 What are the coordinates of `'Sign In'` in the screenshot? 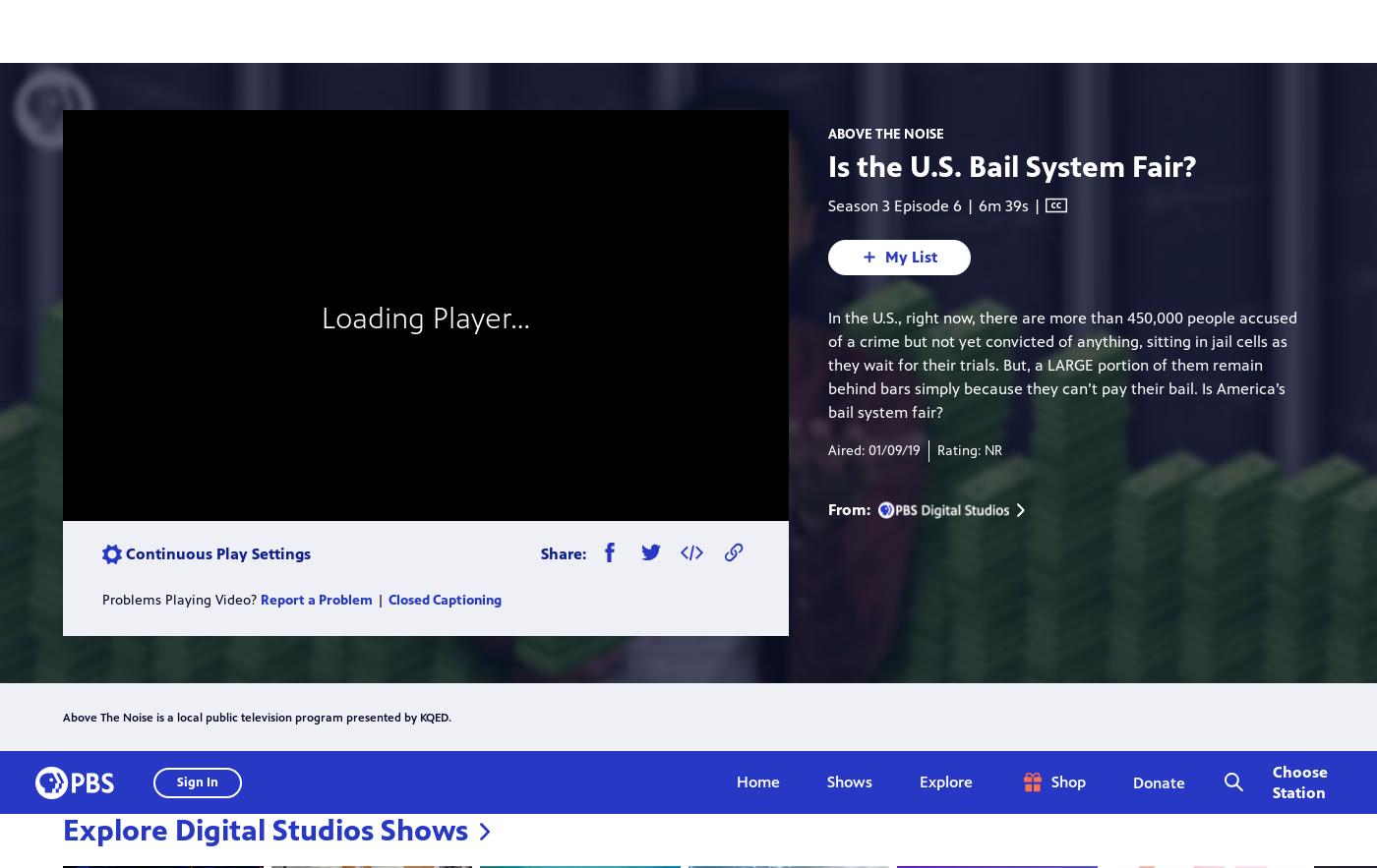 It's located at (198, 30).